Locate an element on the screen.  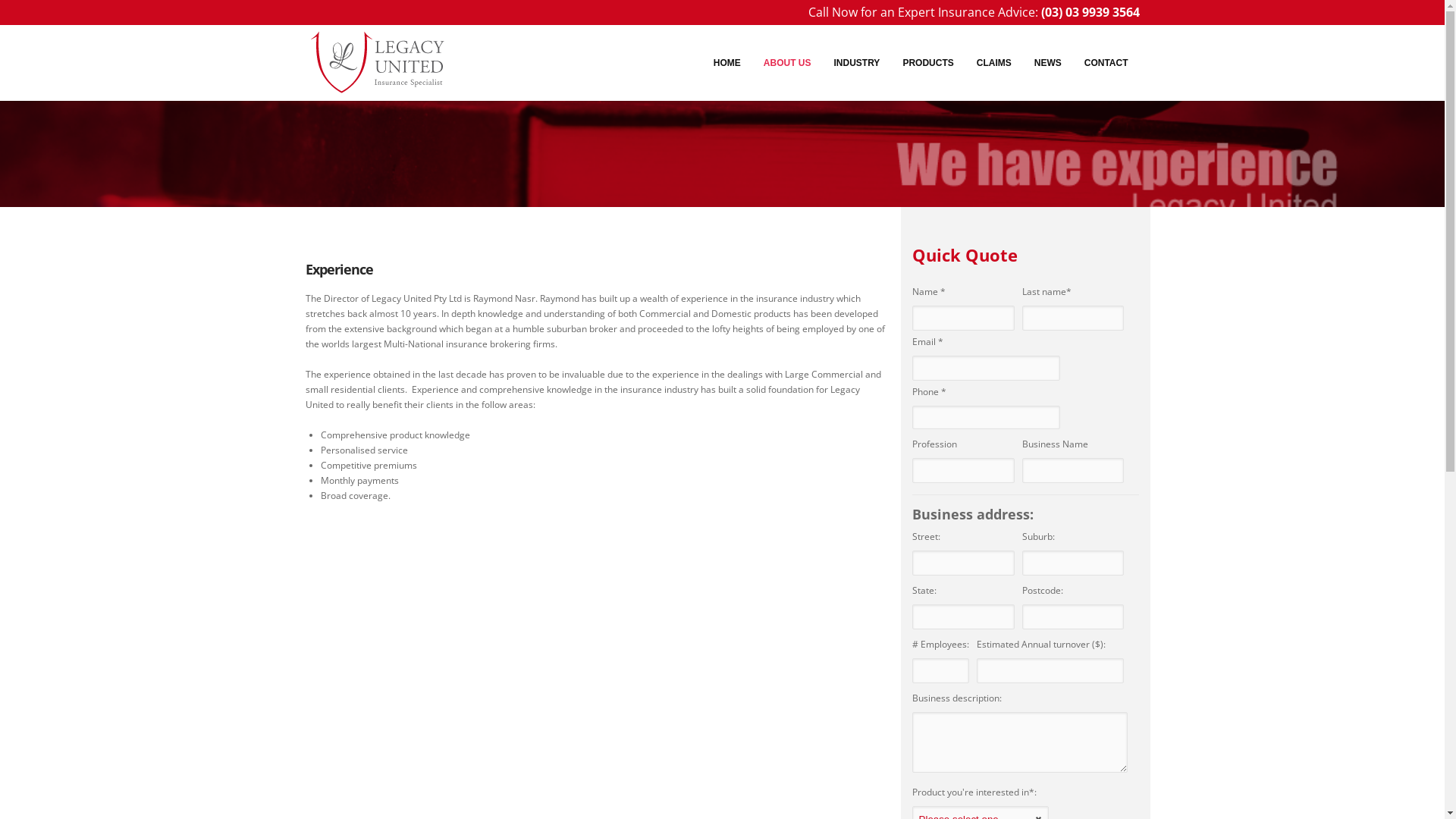
'Experience' is located at coordinates (304, 268).